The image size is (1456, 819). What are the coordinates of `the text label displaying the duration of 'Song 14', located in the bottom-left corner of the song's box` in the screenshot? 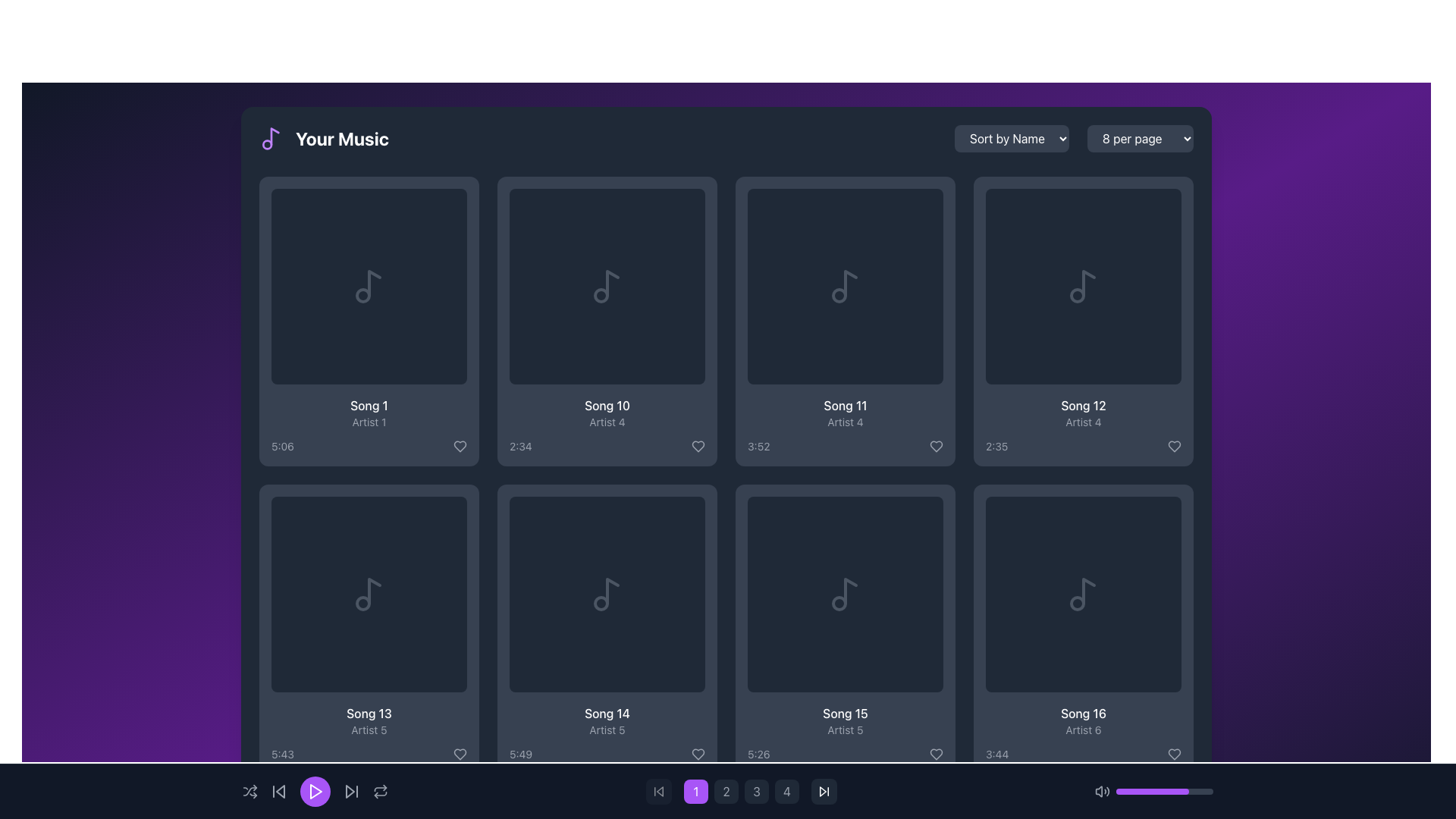 It's located at (520, 755).